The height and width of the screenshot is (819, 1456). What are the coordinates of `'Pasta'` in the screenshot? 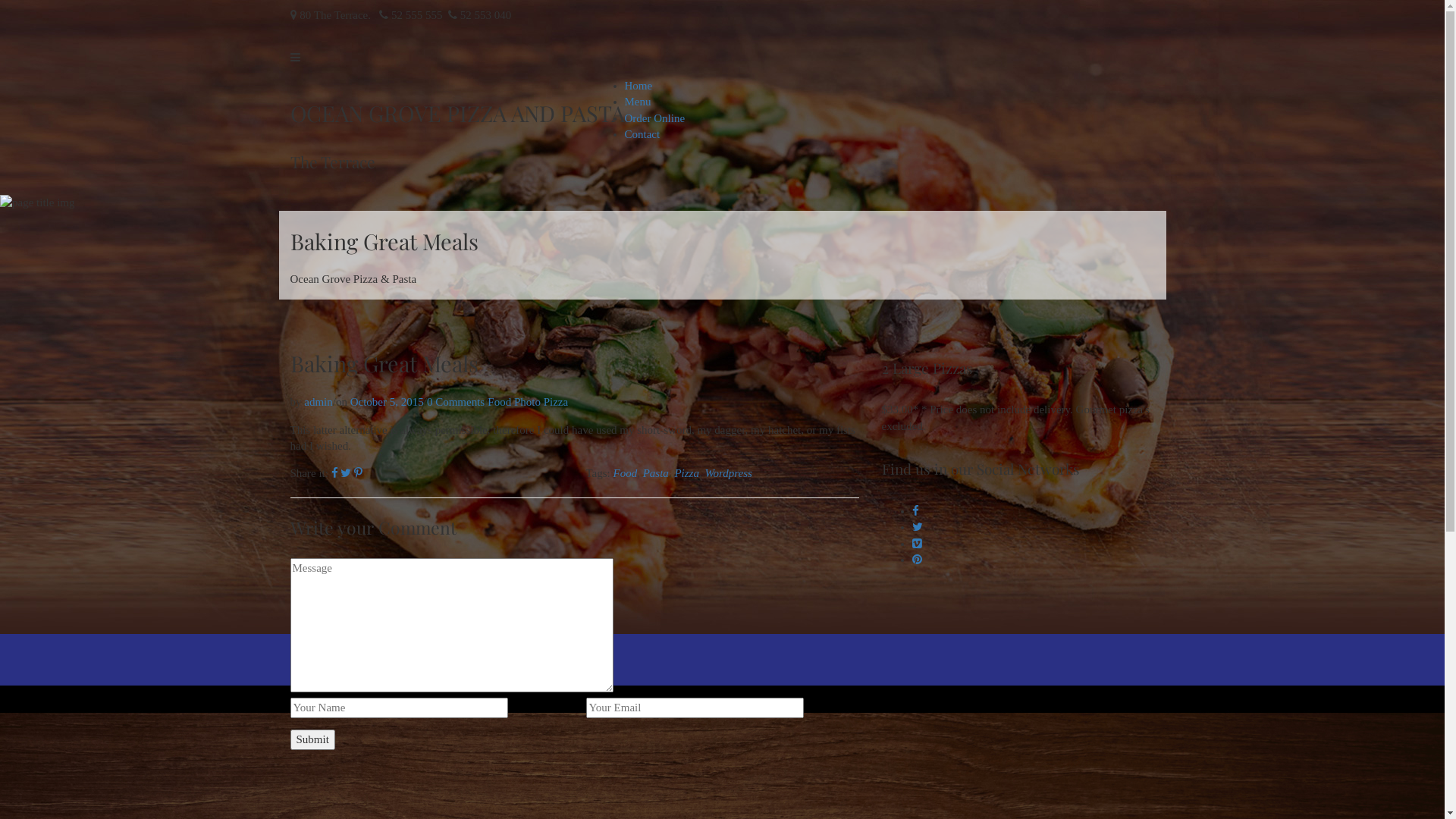 It's located at (655, 472).